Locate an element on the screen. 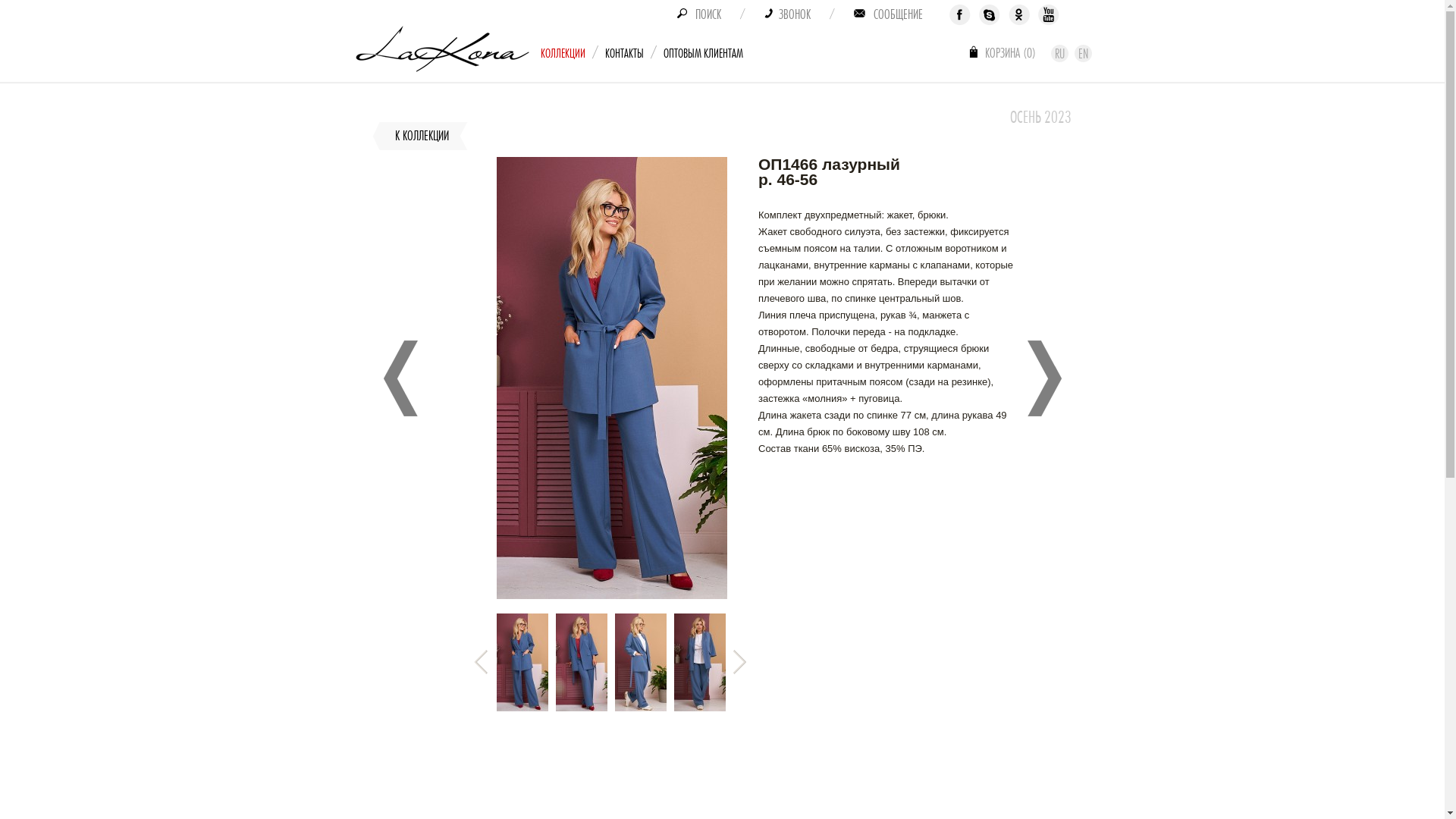  'EN' is located at coordinates (1082, 52).